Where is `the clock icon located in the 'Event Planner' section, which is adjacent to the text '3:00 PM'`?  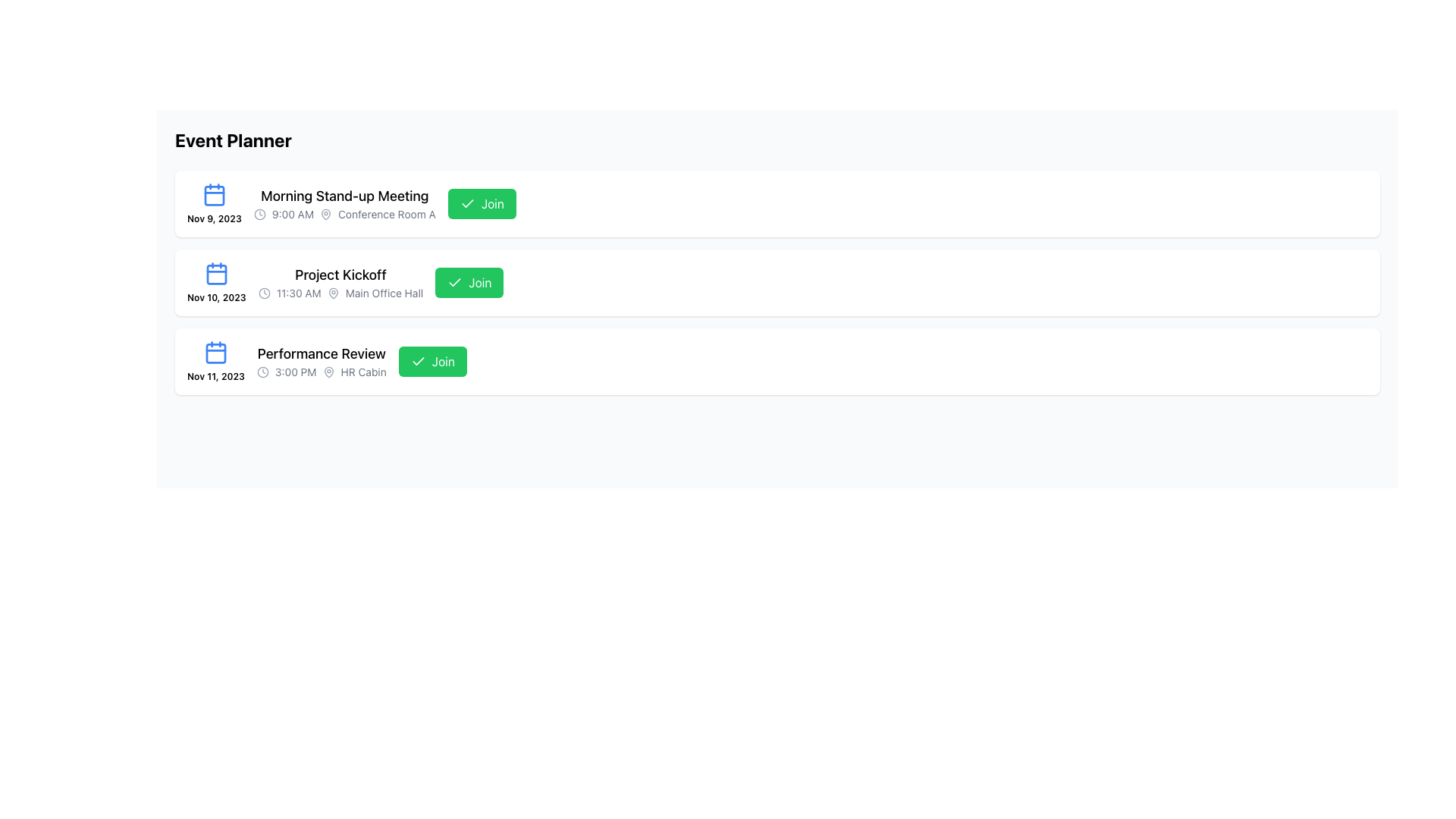 the clock icon located in the 'Event Planner' section, which is adjacent to the text '3:00 PM' is located at coordinates (262, 372).